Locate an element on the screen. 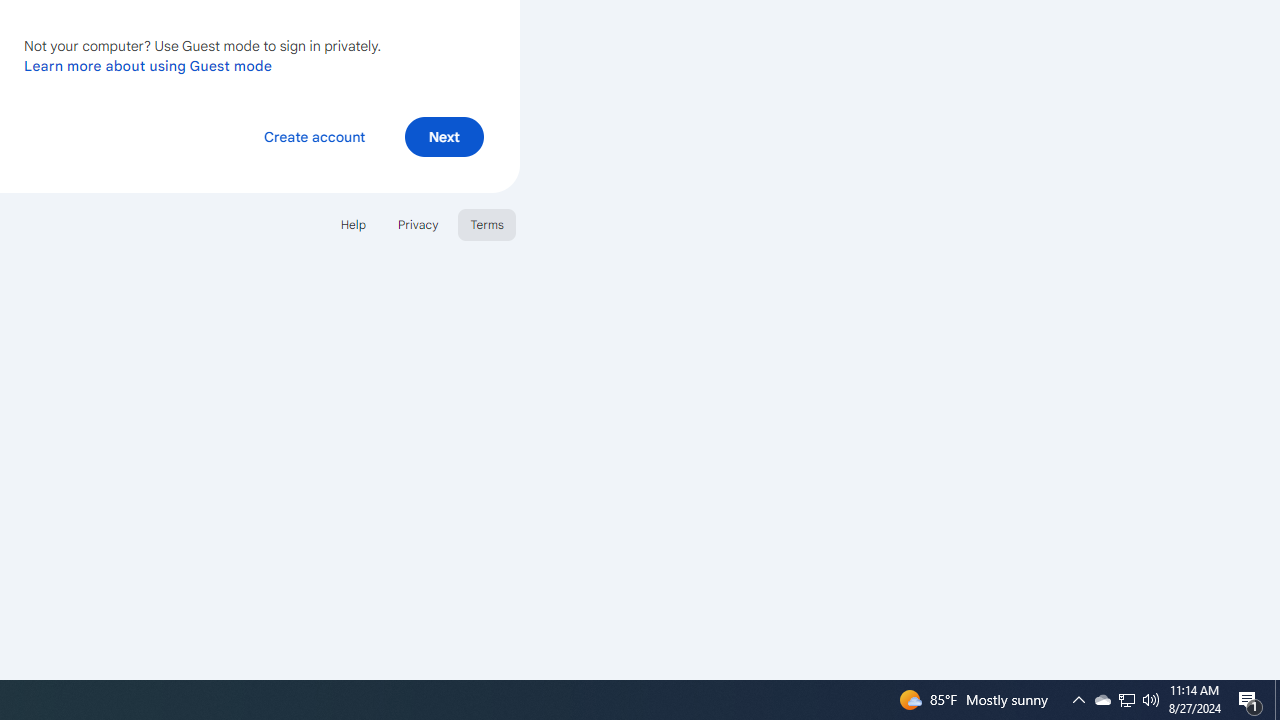 The image size is (1280, 720). 'Create account' is located at coordinates (313, 135).